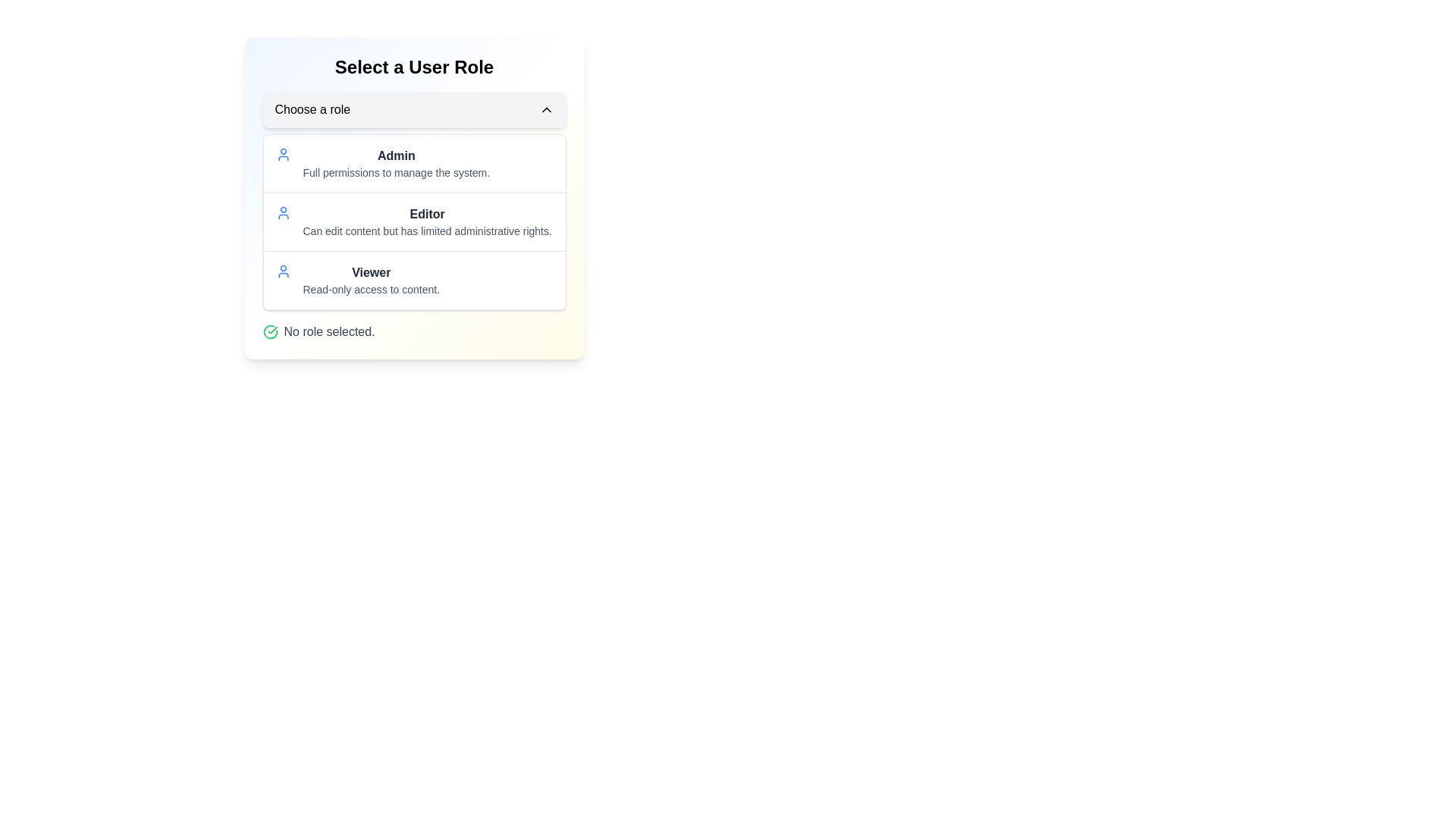 The width and height of the screenshot is (1456, 819). Describe the element at coordinates (414, 331) in the screenshot. I see `the Status Indicator located at the bottom of the role selection interface, which indicates that no role has been selected` at that location.